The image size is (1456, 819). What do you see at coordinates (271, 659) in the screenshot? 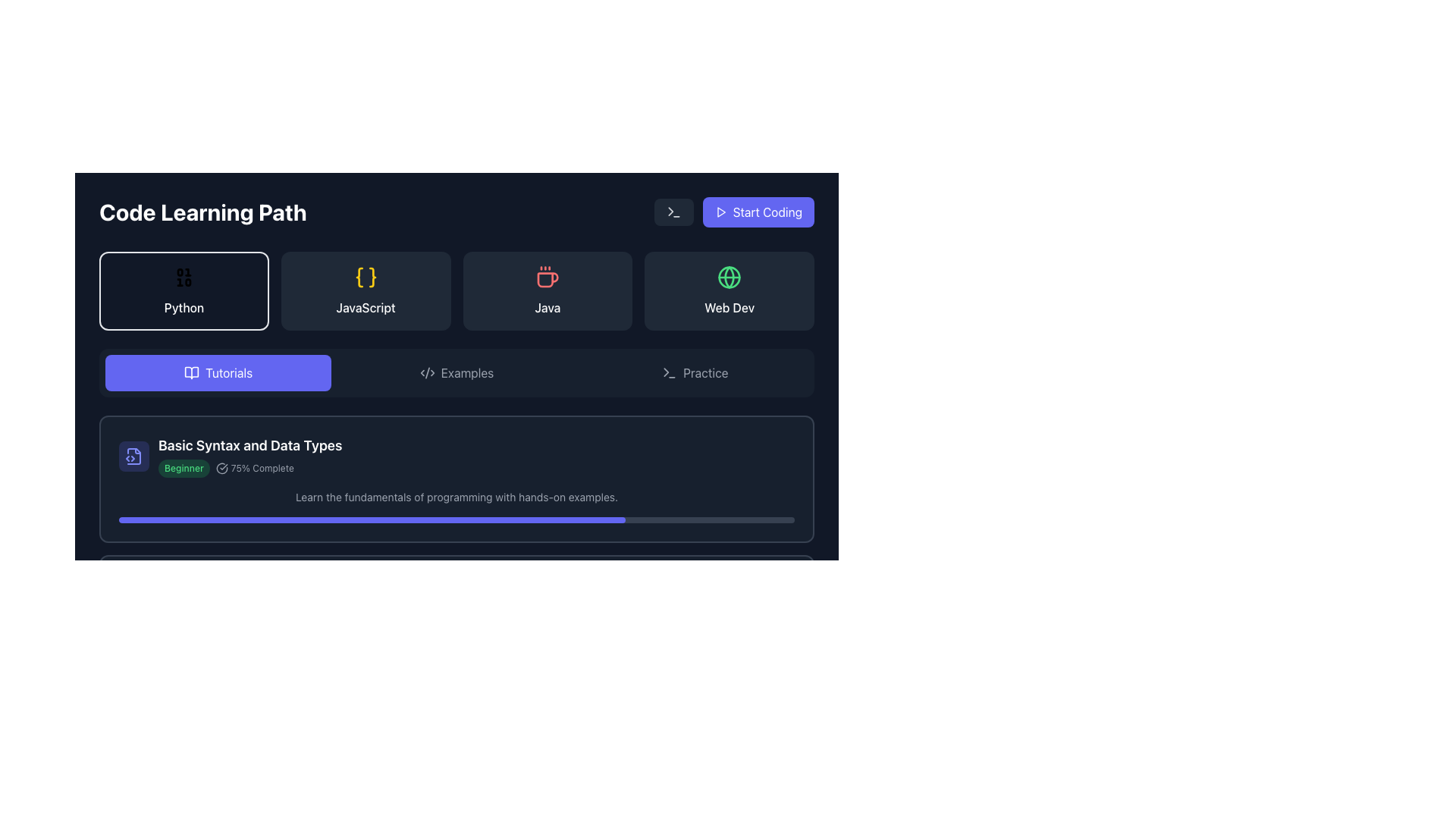
I see `the visually filled blue-indigo Progress Bar located at the bottom of the interface beneath the 'Basic Syntax and Data Types' section` at bounding box center [271, 659].